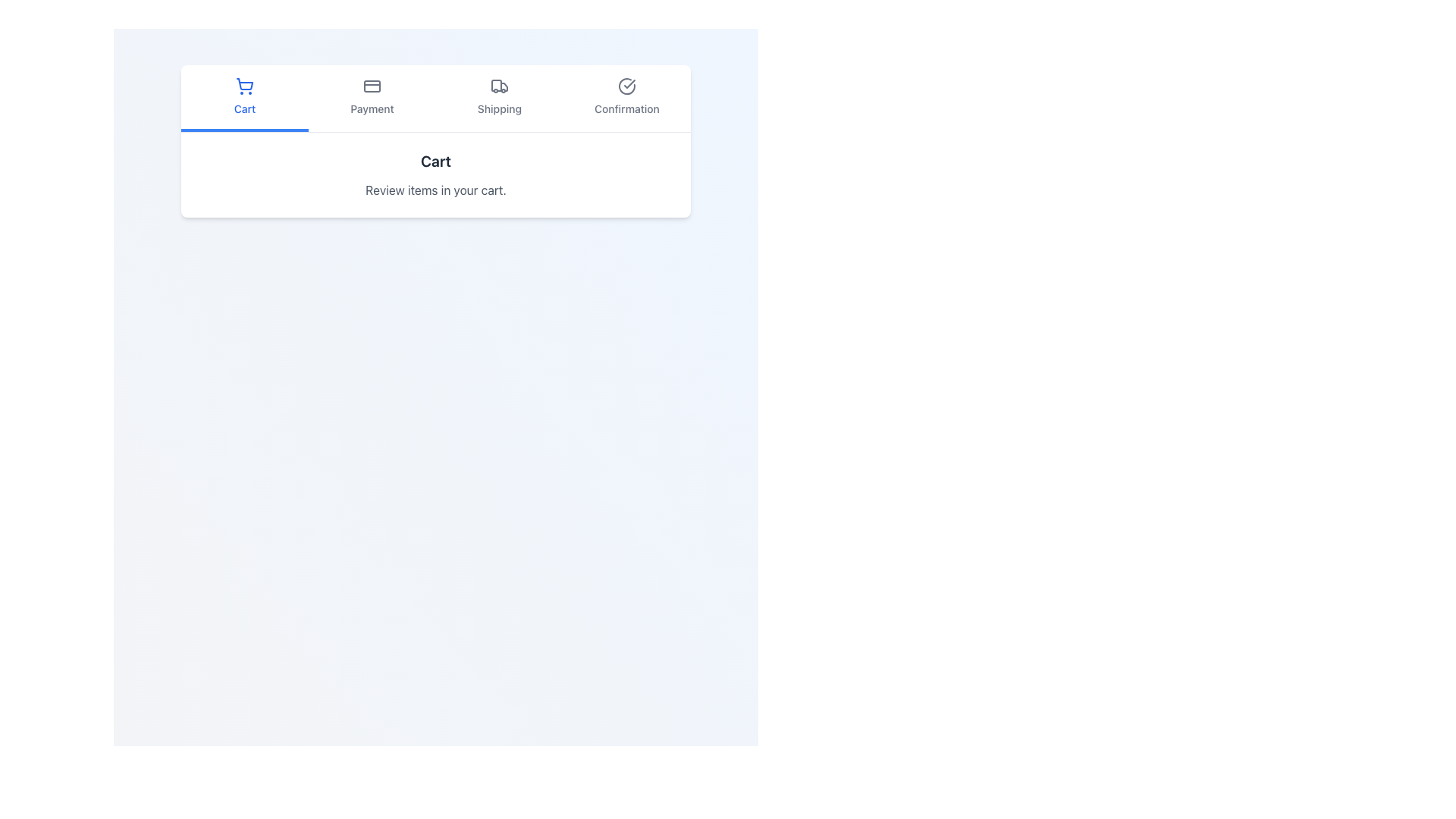  I want to click on the 'Cart' navigation link in the shopping interface for keyboard navigation, so click(244, 96).